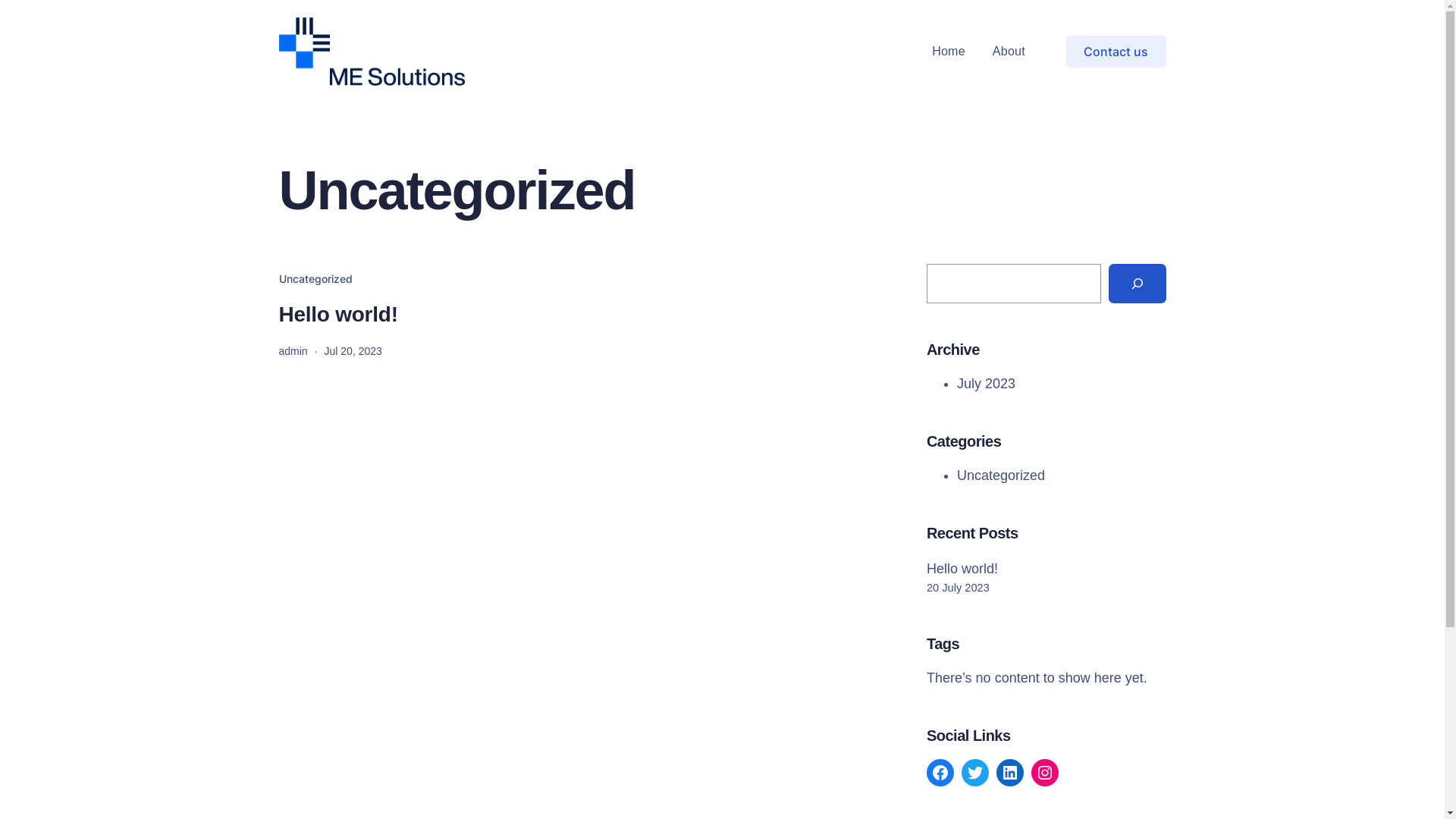  I want to click on 'Twitter', so click(960, 772).